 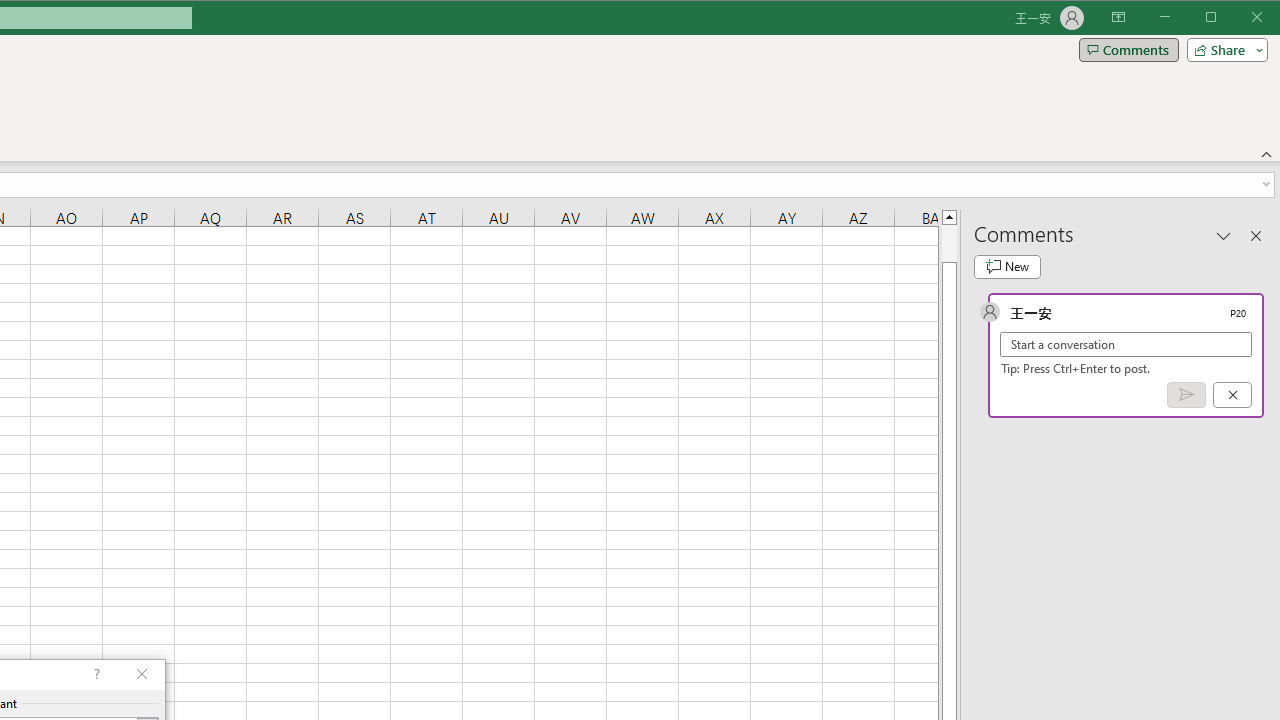 I want to click on 'Share', so click(x=1222, y=49).